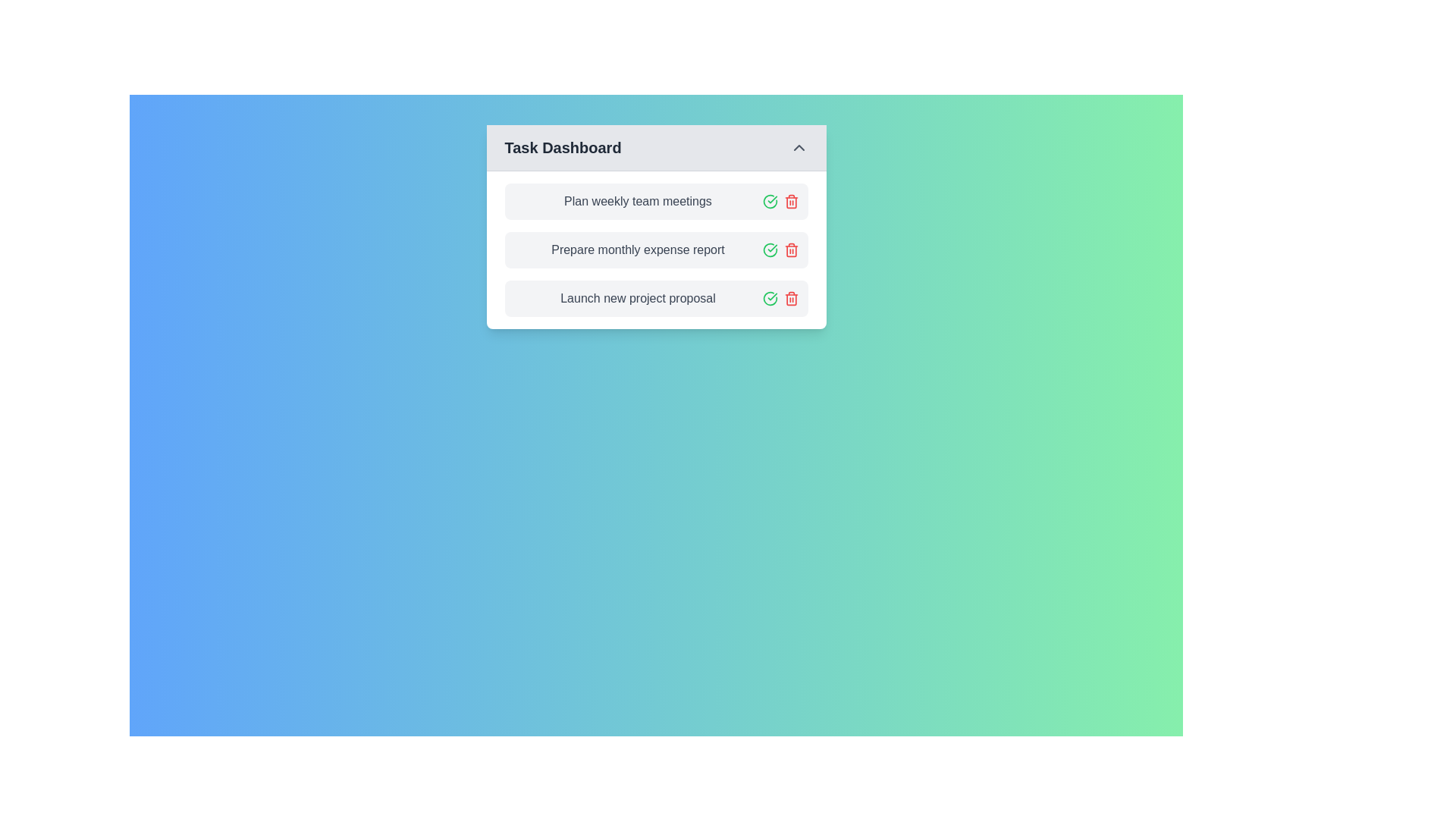 Image resolution: width=1456 pixels, height=819 pixels. What do you see at coordinates (770, 298) in the screenshot?
I see `on the icon in the rightmost column of the last row next` at bounding box center [770, 298].